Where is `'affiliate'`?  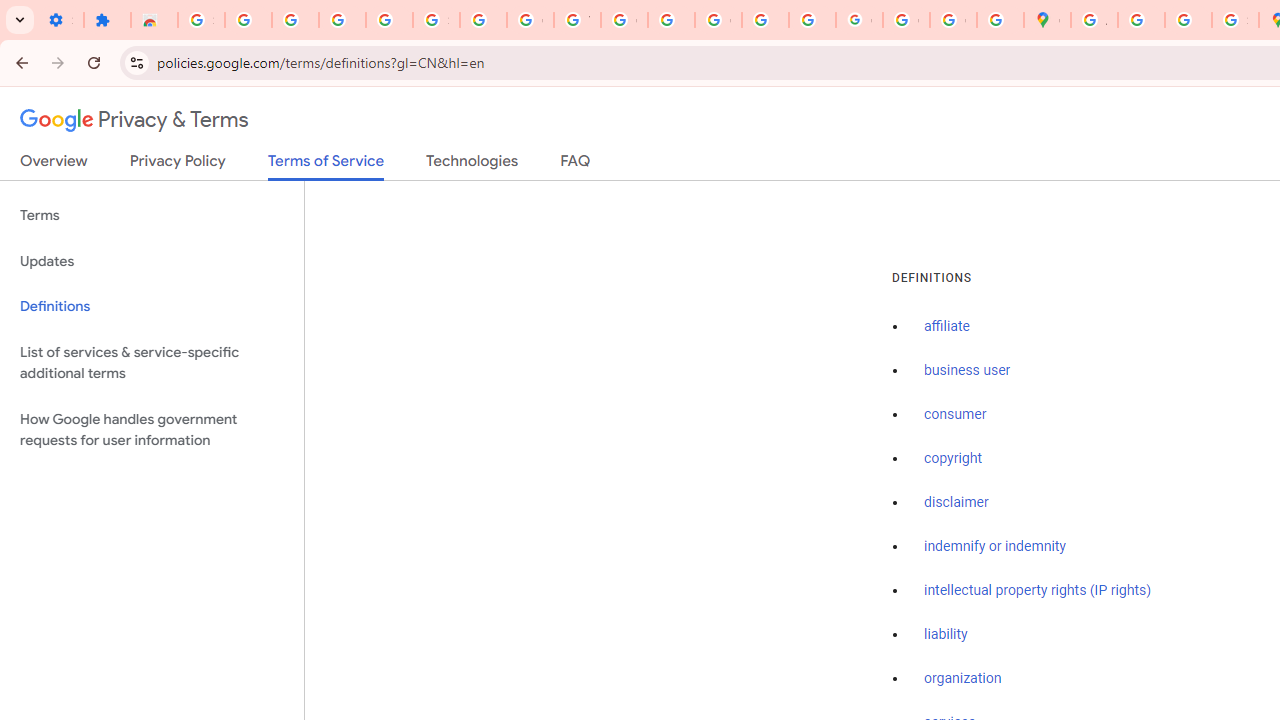 'affiliate' is located at coordinates (946, 326).